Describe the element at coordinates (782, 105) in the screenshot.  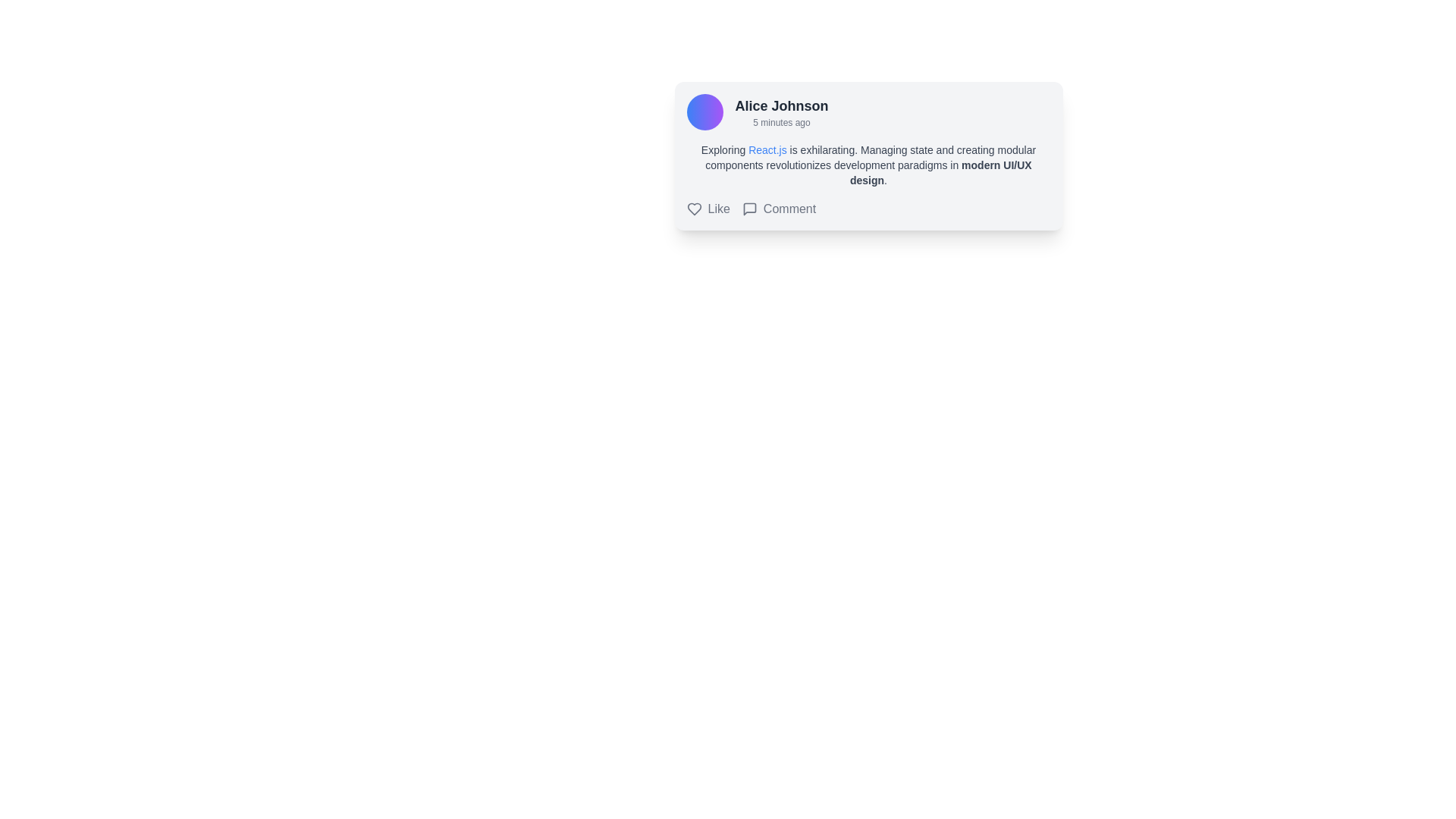
I see `the bolded text label reading 'Alice Johnson' located at the top-left corner of the card interface` at that location.